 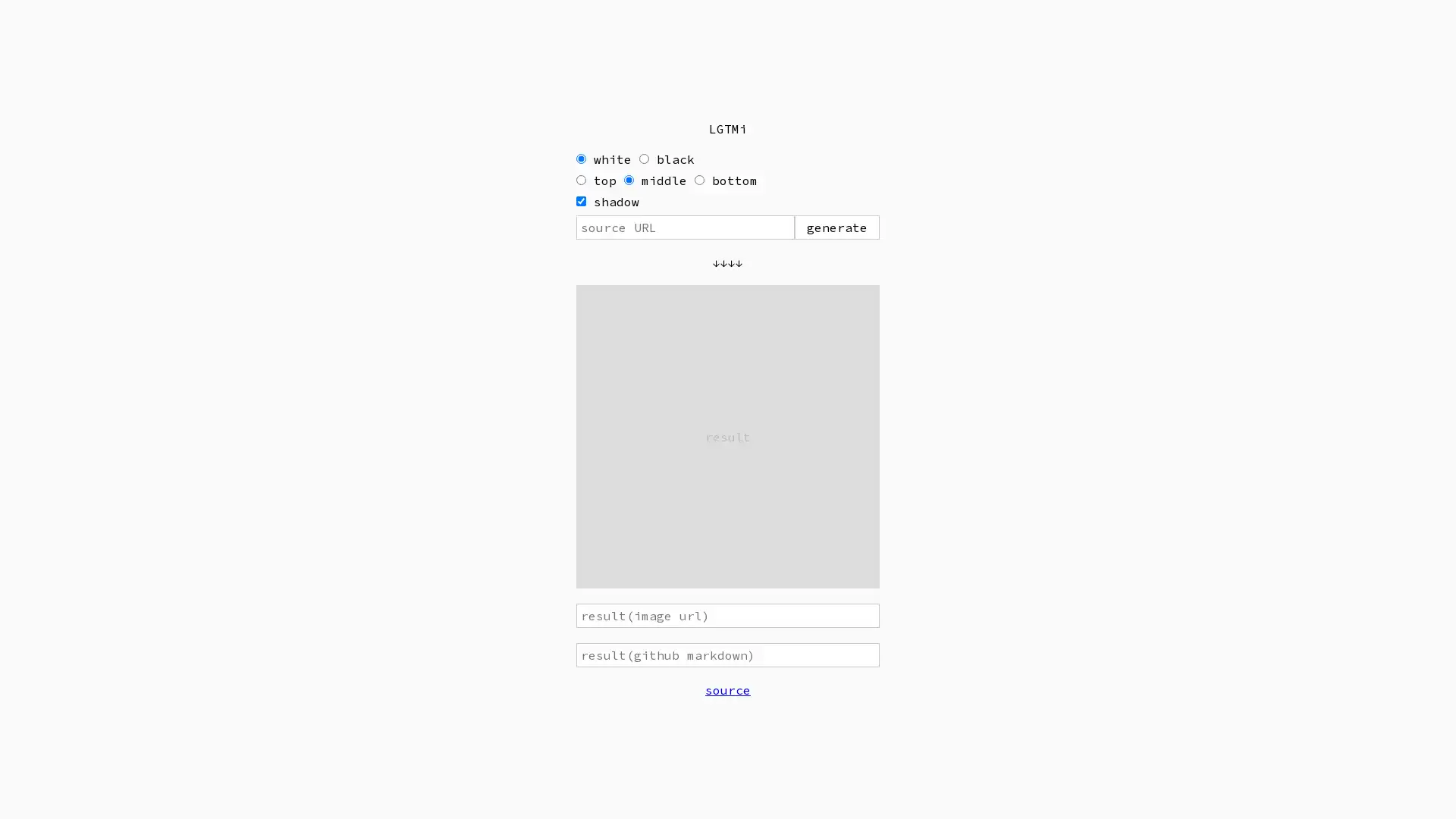 I want to click on generate, so click(x=836, y=227).